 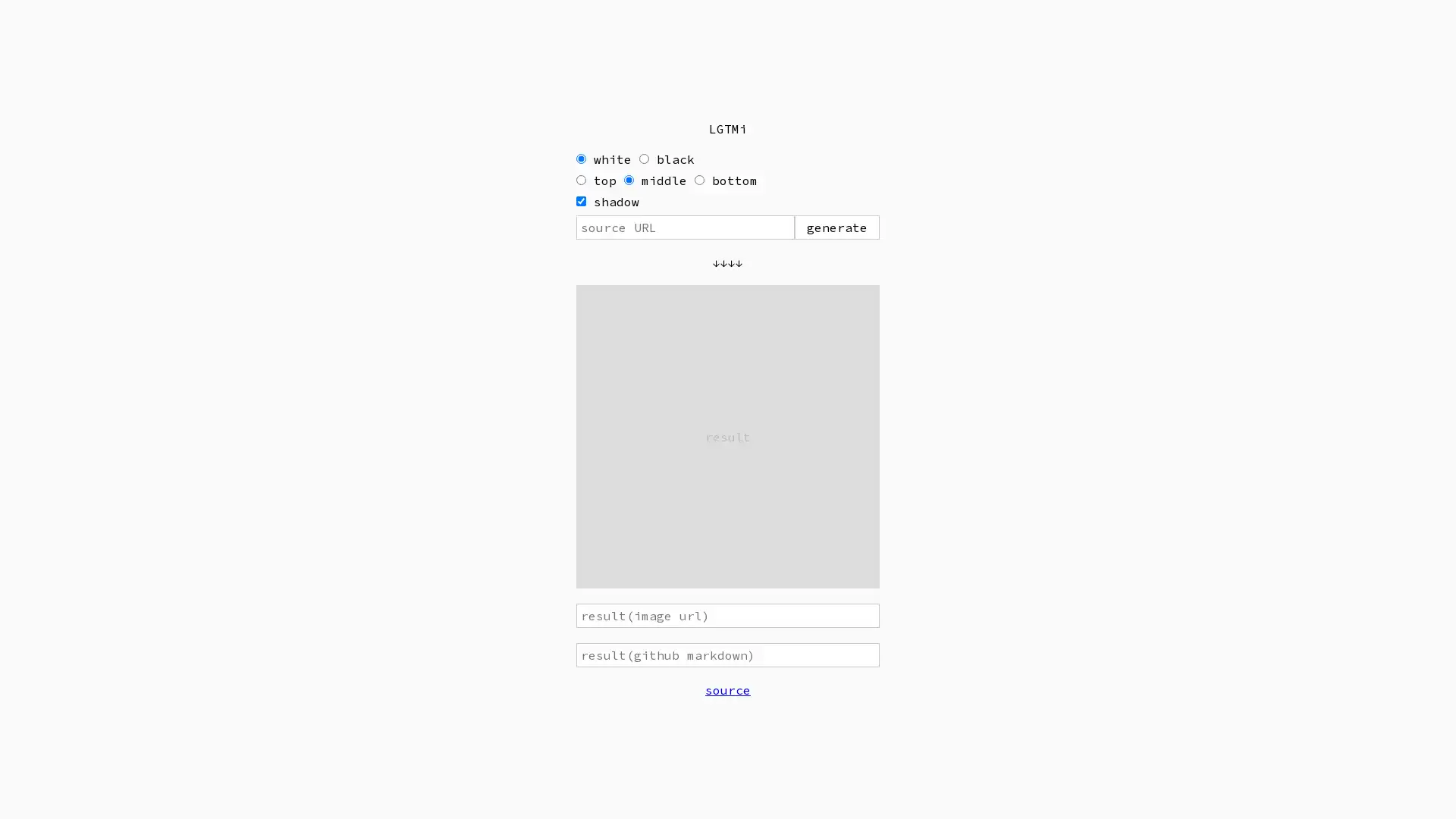 I want to click on generate, so click(x=836, y=227).